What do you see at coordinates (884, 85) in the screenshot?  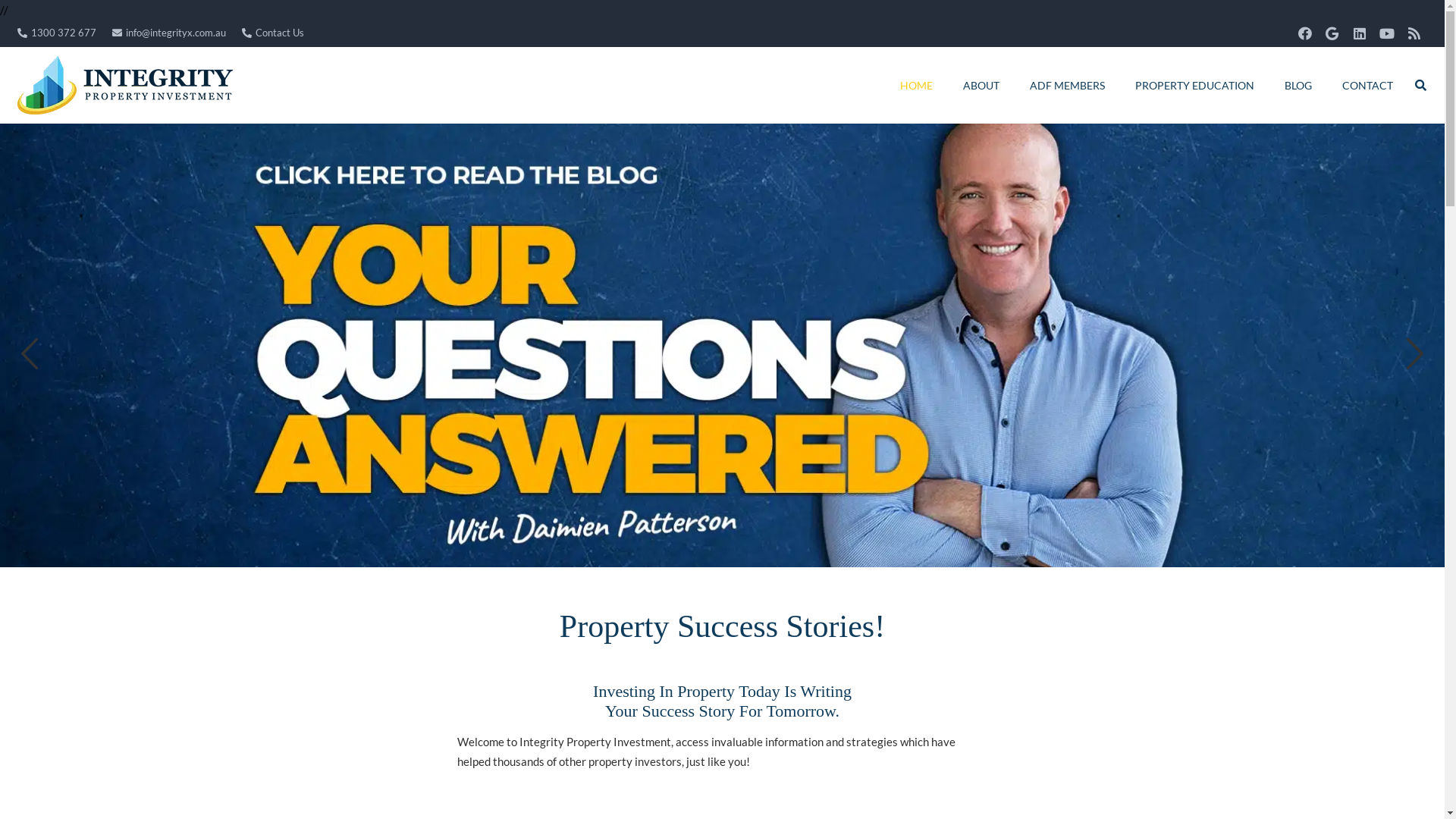 I see `'HOME'` at bounding box center [884, 85].